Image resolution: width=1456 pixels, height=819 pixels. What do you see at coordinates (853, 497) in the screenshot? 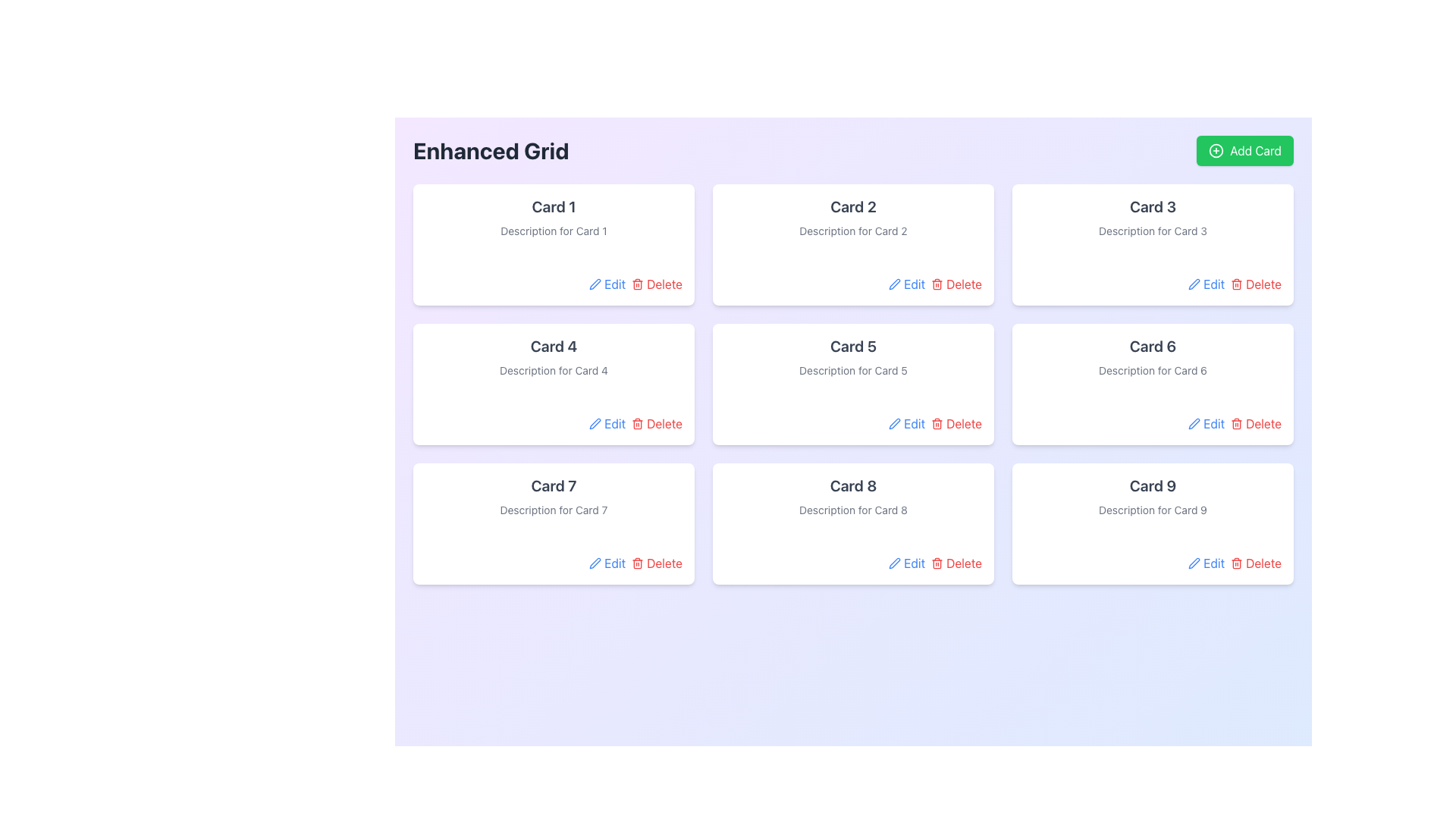
I see `the text display component located in the third row, second column of the grid layout, which provides information about an item with a title and description` at bounding box center [853, 497].